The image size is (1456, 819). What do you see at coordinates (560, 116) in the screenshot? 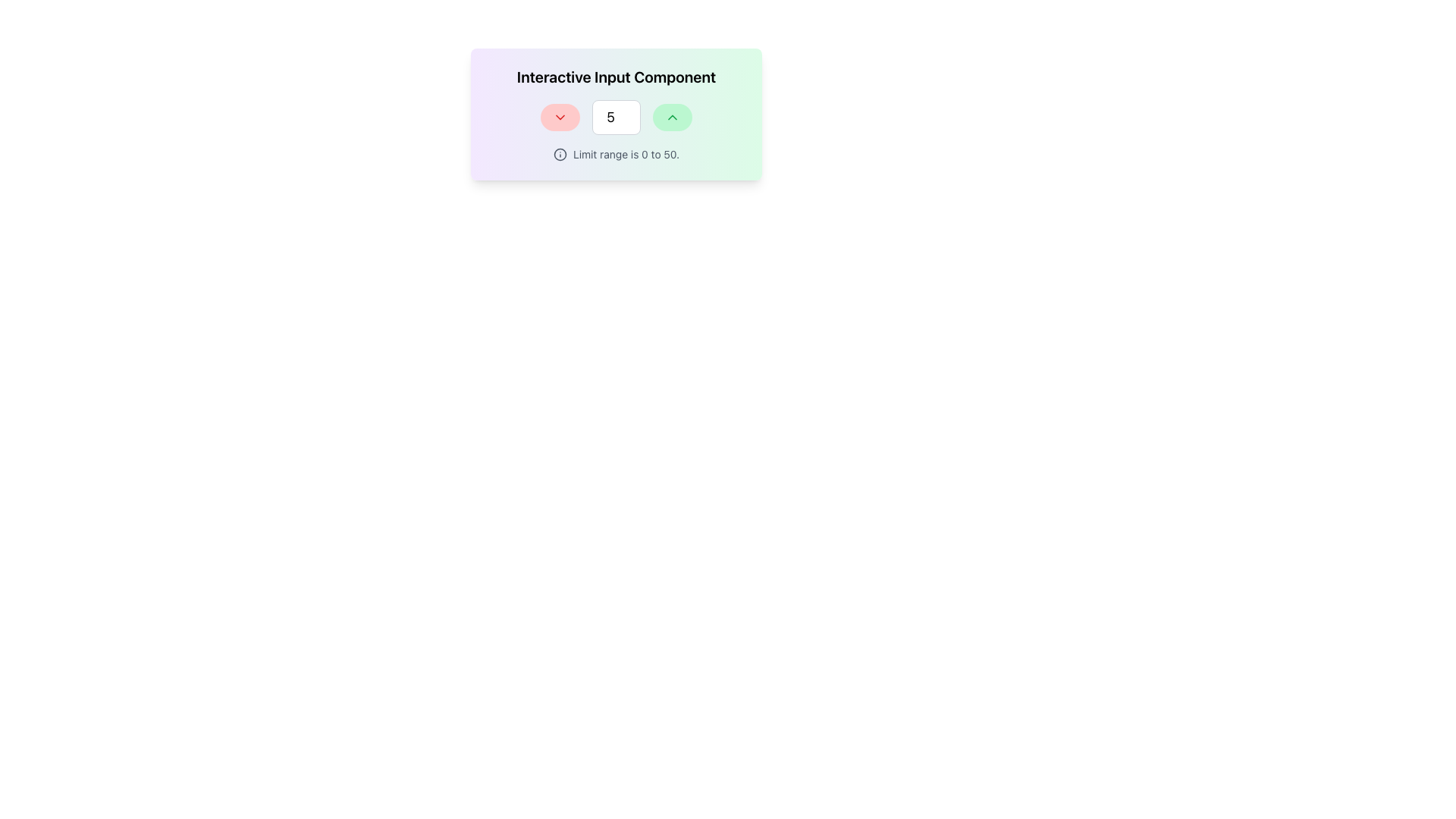
I see `the decrement button located on the leftmost side of the horizontal layout, which precedes the input field displaying the number '5'` at bounding box center [560, 116].